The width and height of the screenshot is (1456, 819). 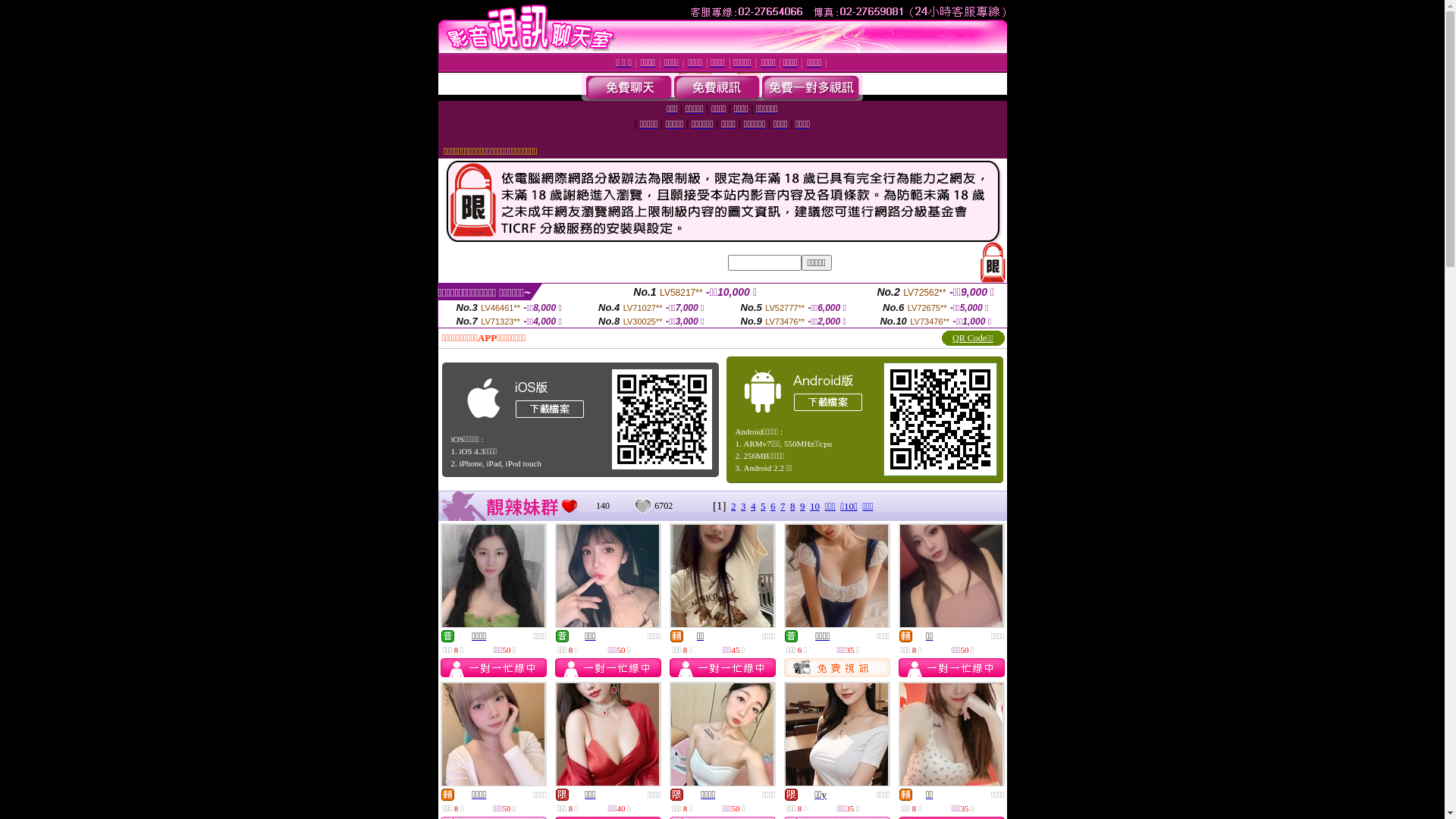 I want to click on '6', so click(x=770, y=506).